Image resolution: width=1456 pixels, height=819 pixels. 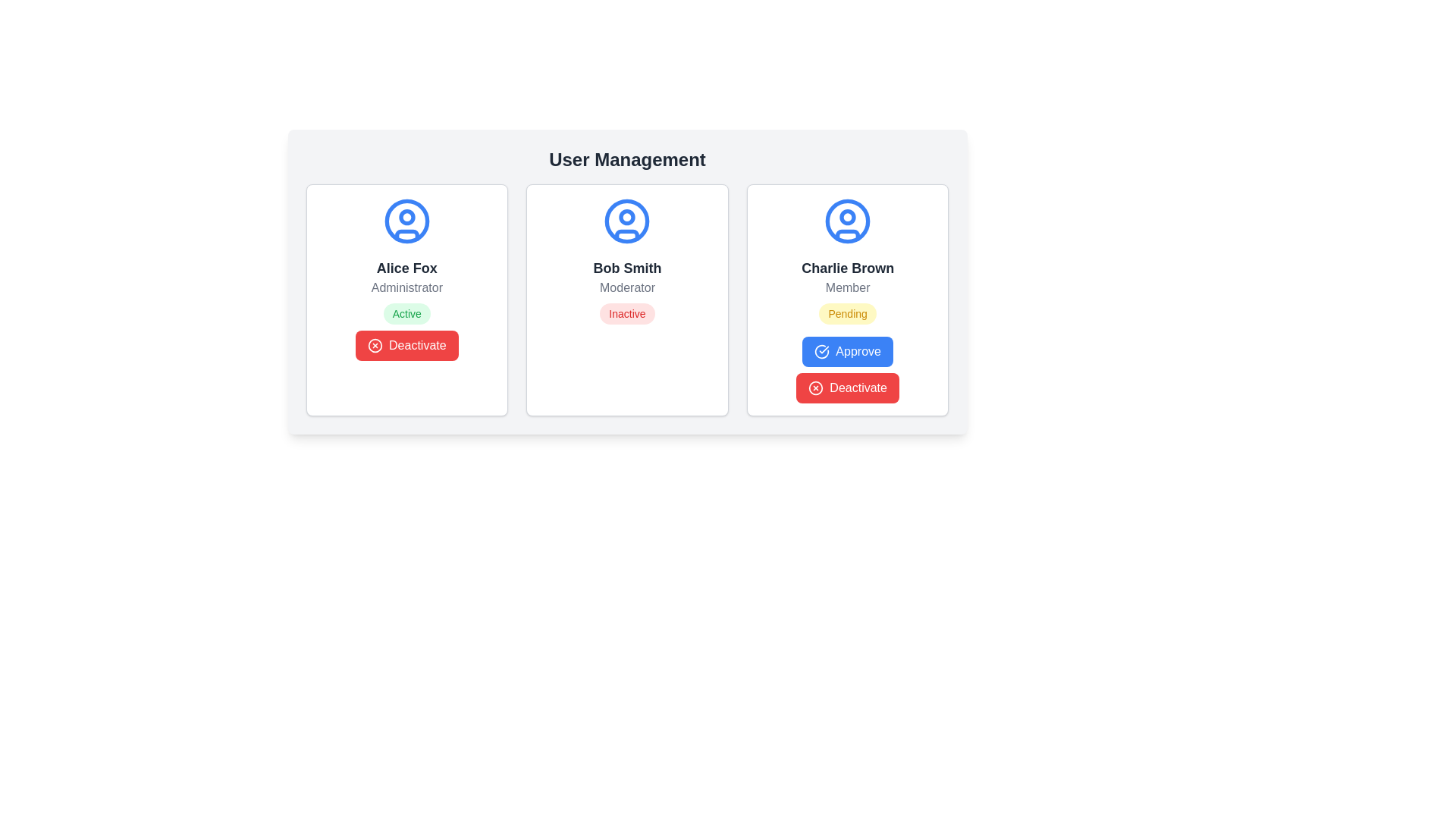 What do you see at coordinates (815, 388) in the screenshot?
I see `the visual indicator icon for the 'Deactivate' button associated with user 'Charlie Brown'` at bounding box center [815, 388].